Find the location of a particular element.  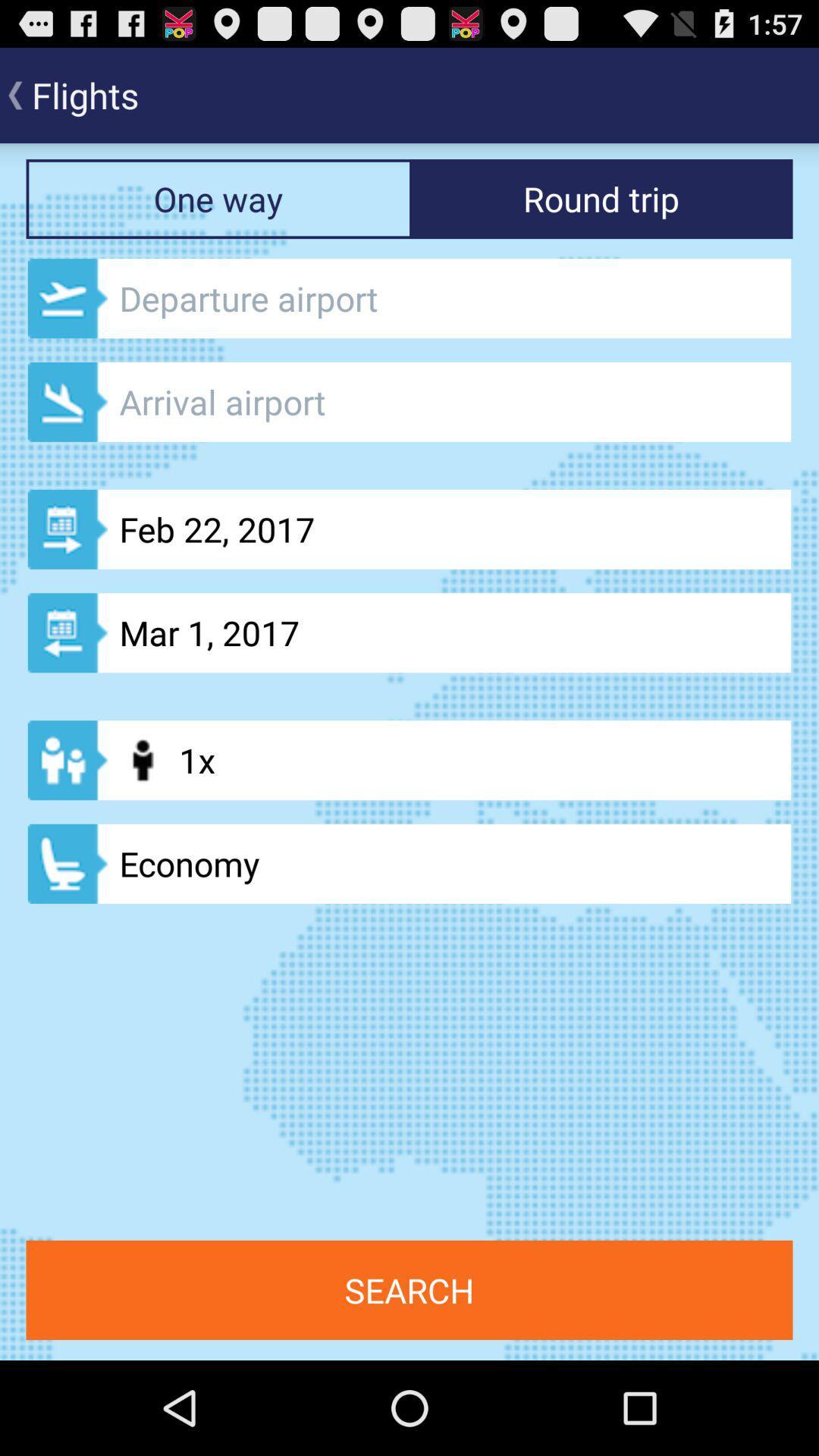

the button next to round trip is located at coordinates (218, 198).